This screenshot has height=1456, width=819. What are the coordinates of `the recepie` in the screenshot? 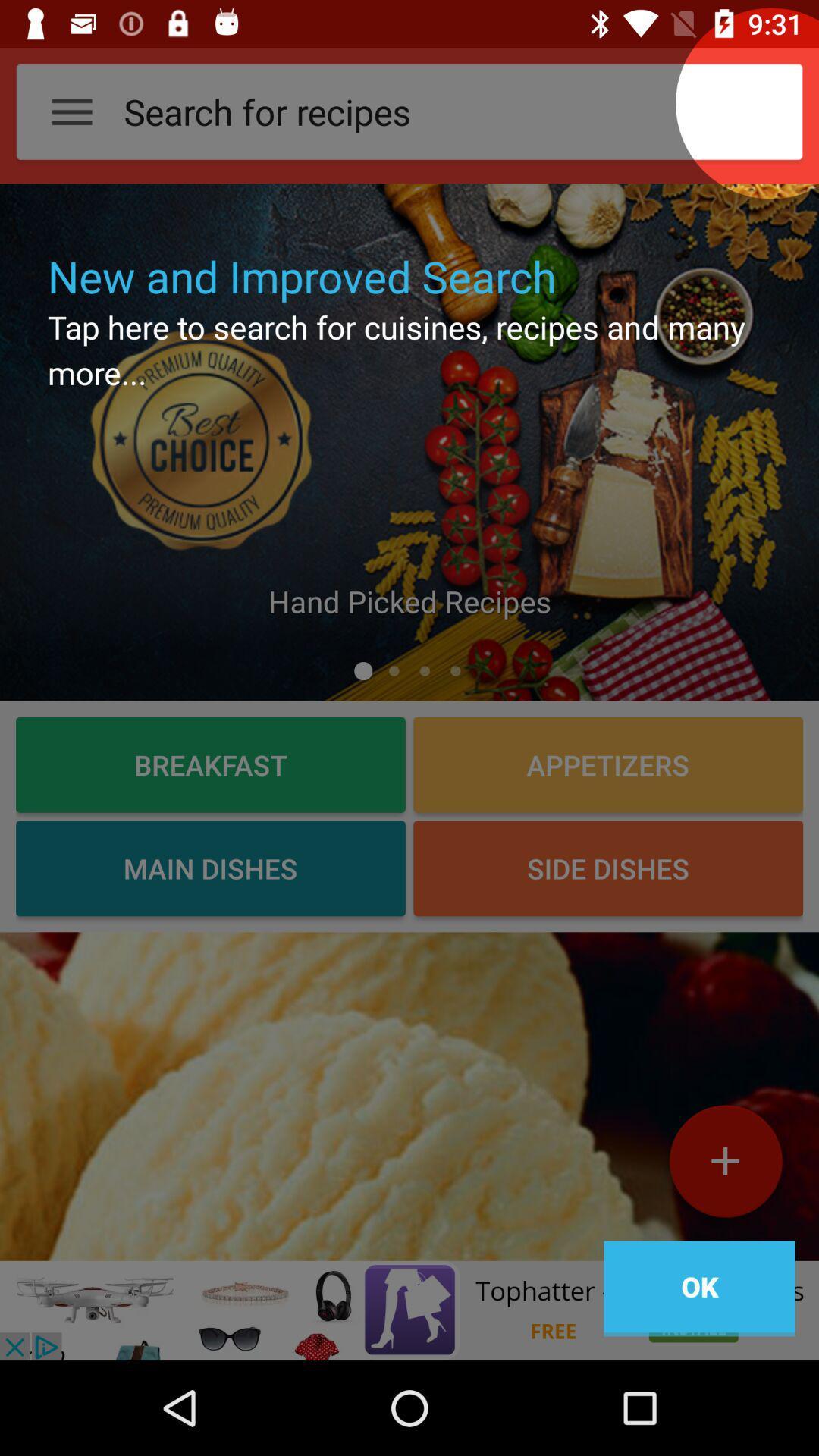 It's located at (724, 1166).